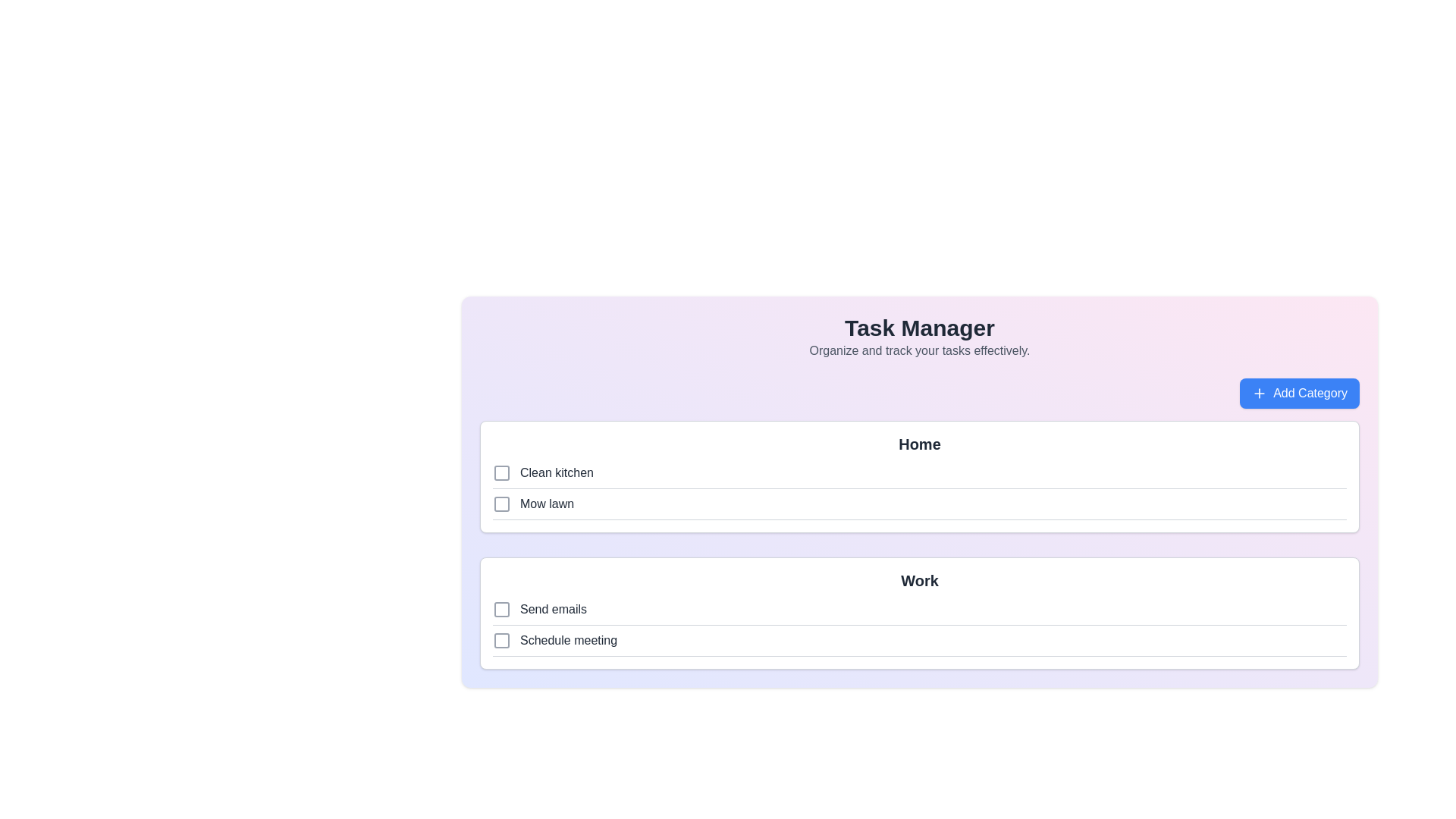 This screenshot has width=1456, height=819. What do you see at coordinates (502, 608) in the screenshot?
I see `the rounded grayscale checkbox located to the left of the 'Send emails' text in the Work section` at bounding box center [502, 608].